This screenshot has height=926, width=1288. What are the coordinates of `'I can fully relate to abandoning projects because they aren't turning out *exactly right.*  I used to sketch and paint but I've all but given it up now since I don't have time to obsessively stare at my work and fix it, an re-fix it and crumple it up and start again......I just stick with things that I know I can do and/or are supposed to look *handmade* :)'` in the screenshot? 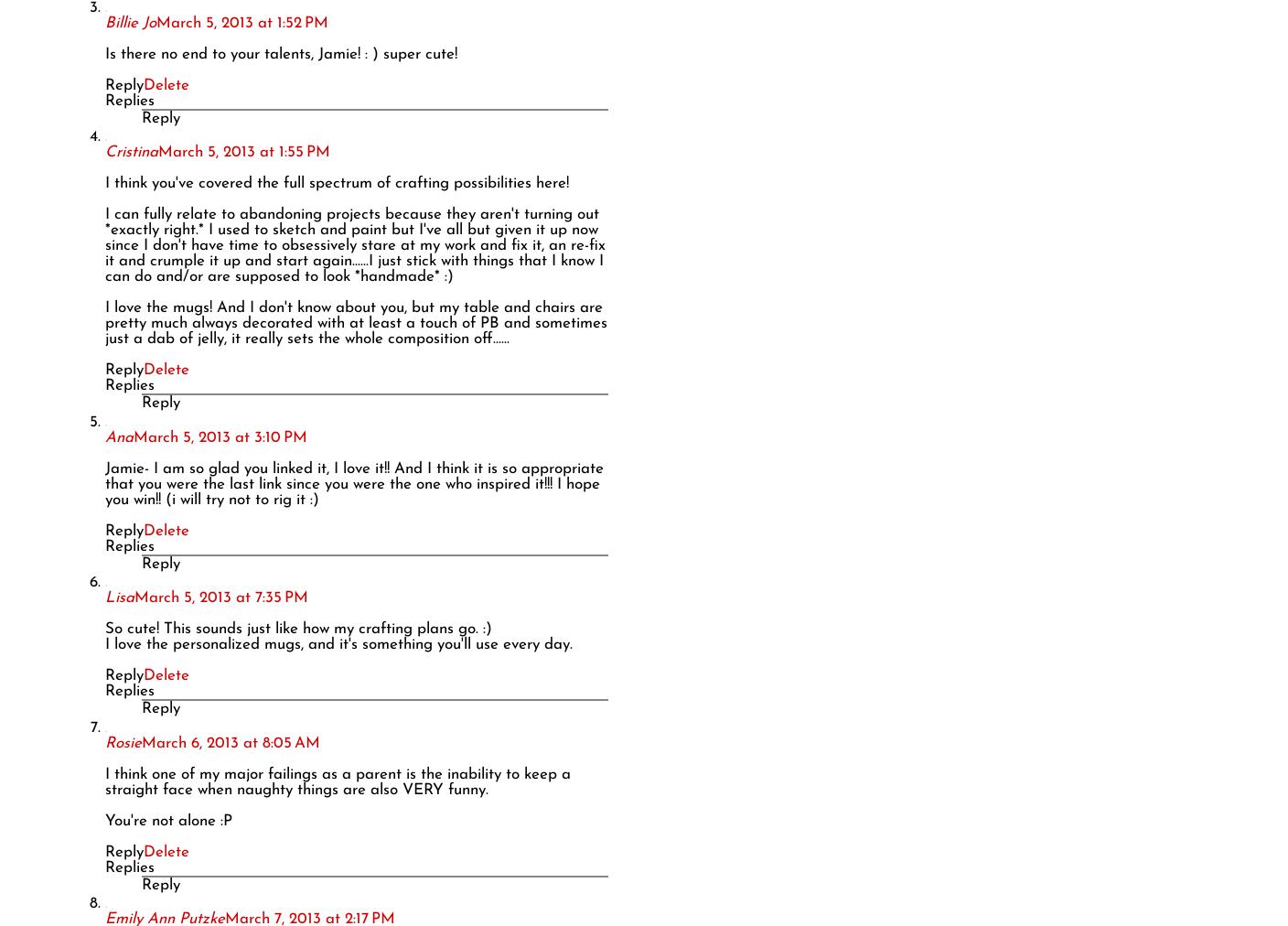 It's located at (354, 244).